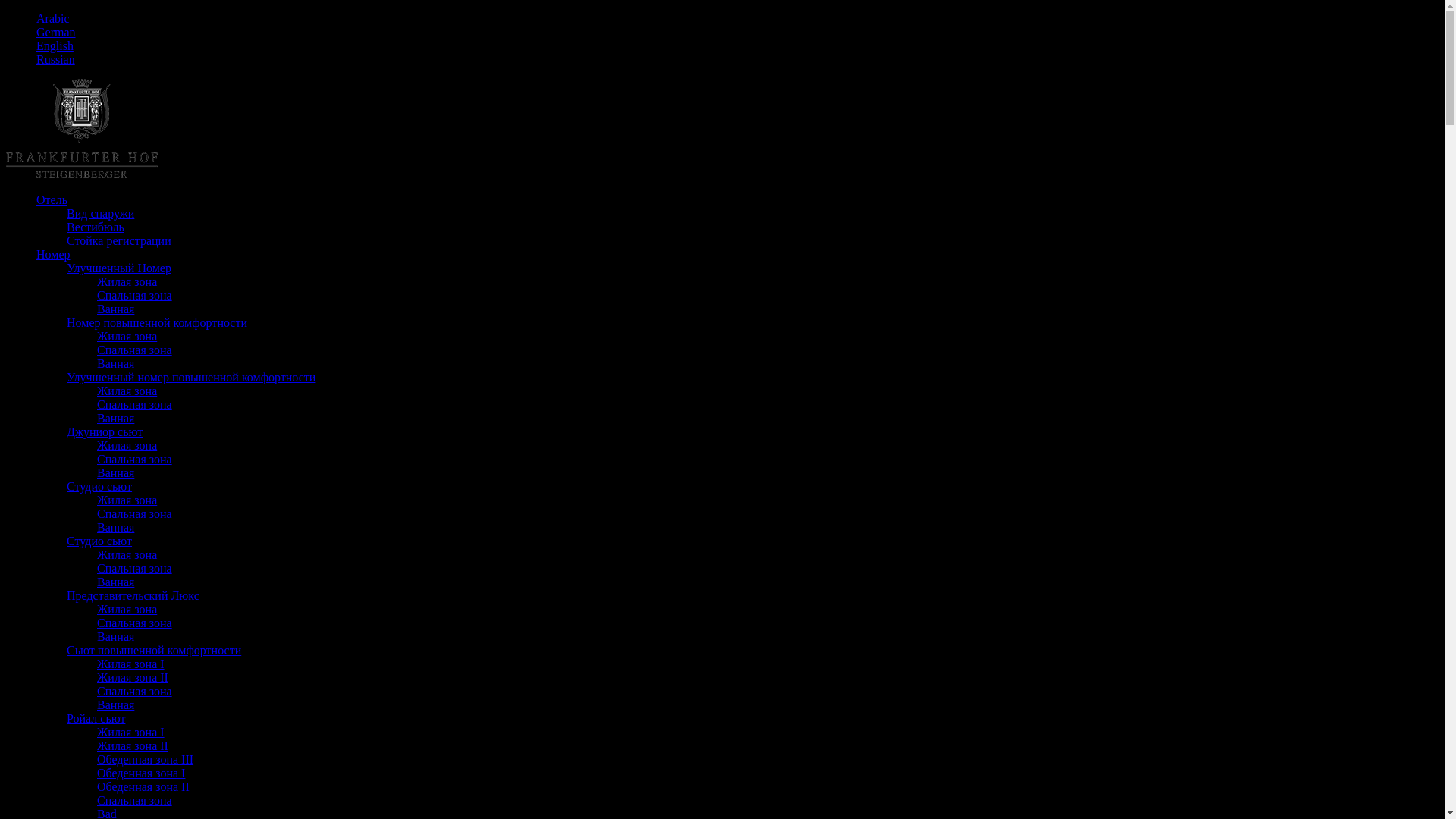 Image resolution: width=1456 pixels, height=819 pixels. Describe the element at coordinates (36, 45) in the screenshot. I see `'English'` at that location.